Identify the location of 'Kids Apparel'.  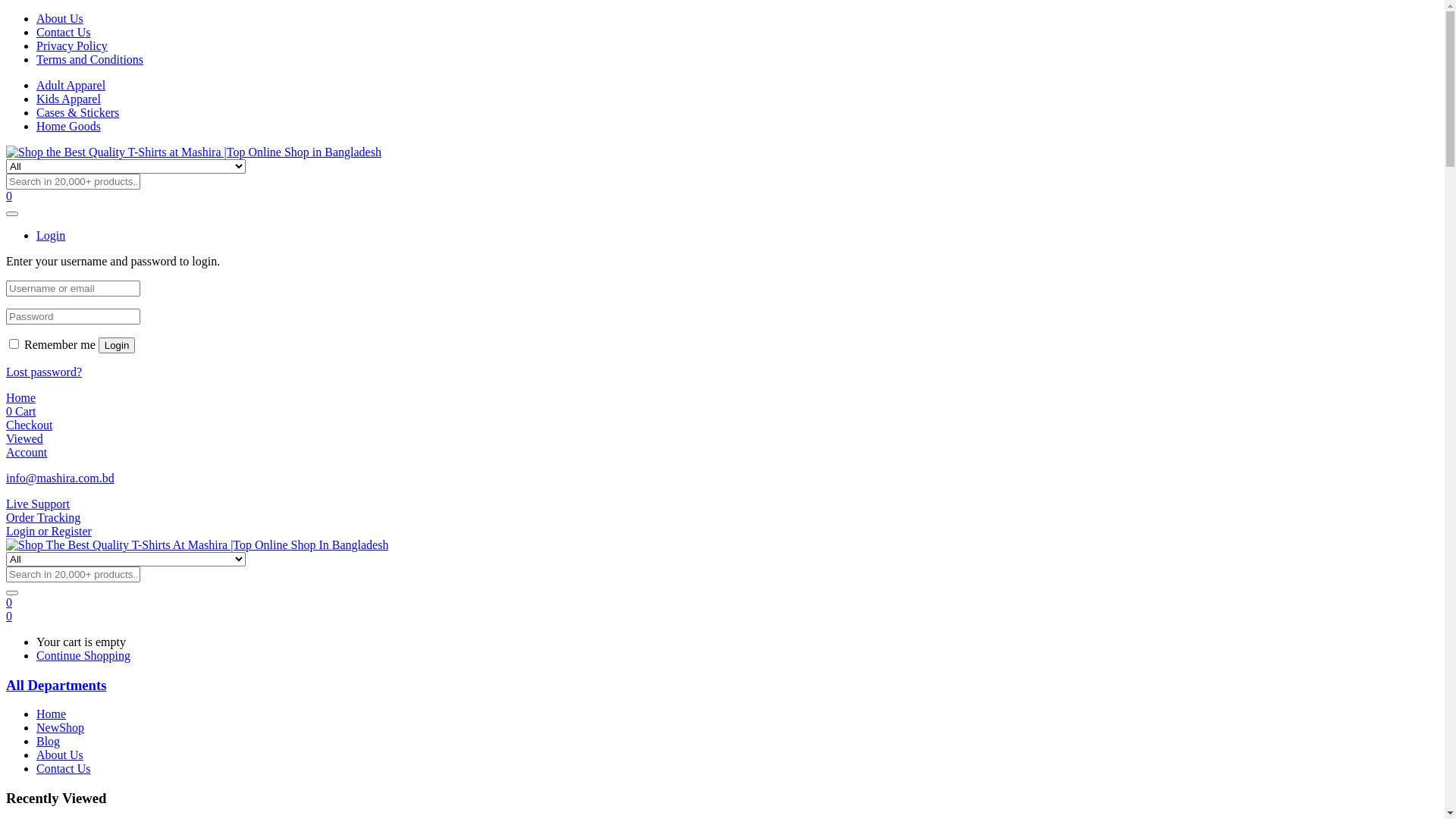
(67, 99).